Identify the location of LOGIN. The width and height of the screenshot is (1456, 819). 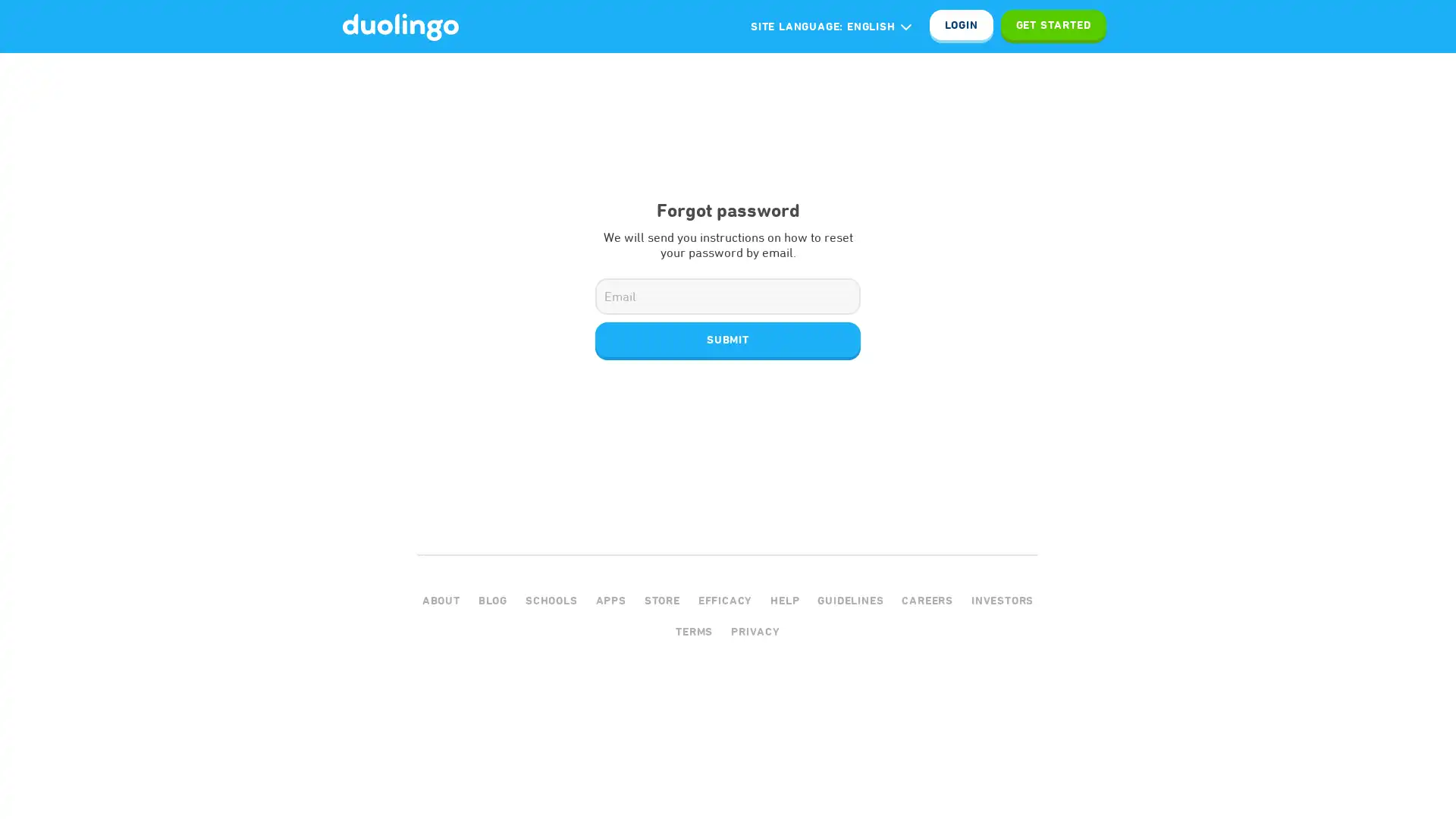
(960, 26).